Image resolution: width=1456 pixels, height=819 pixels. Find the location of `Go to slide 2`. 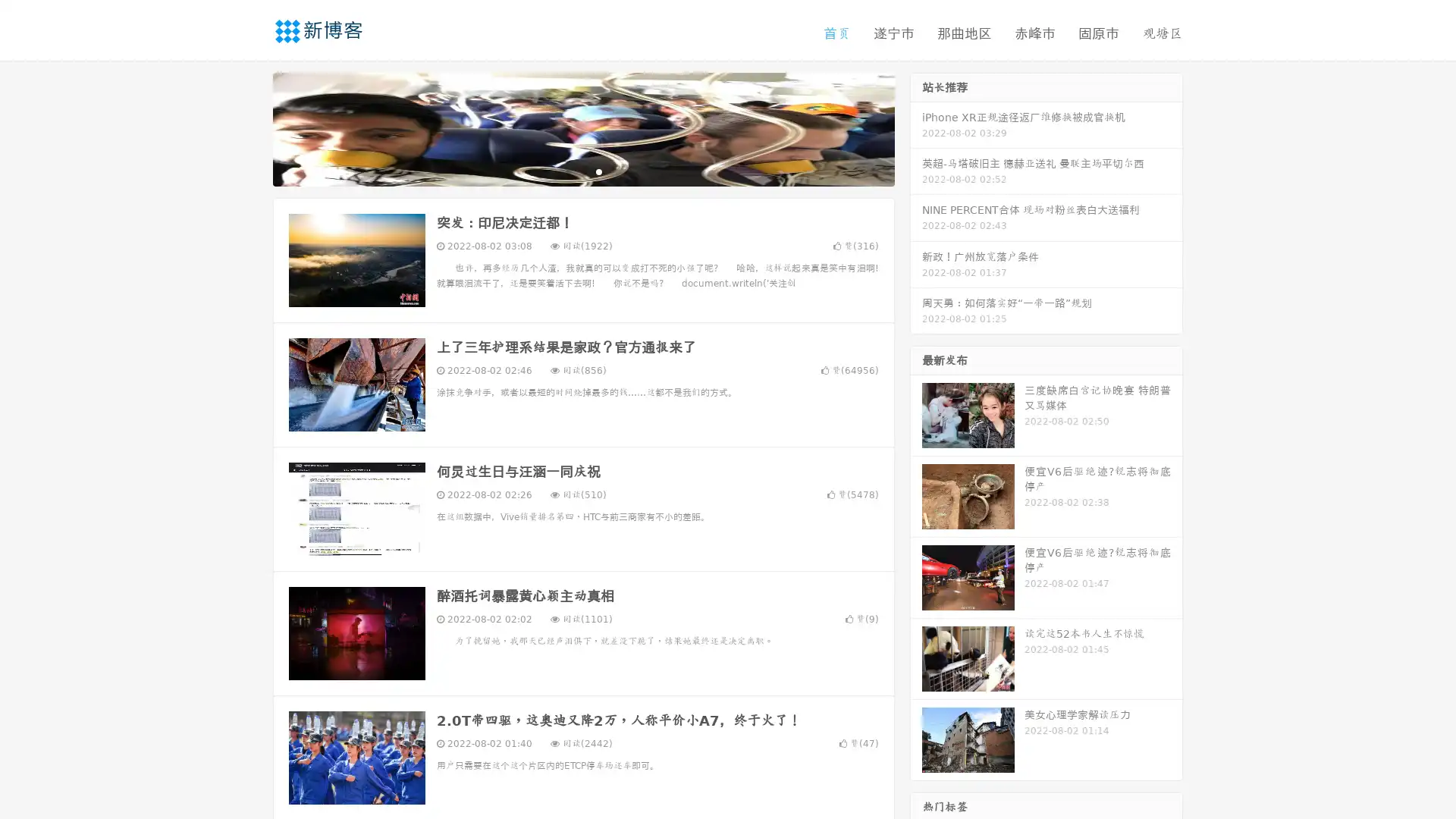

Go to slide 2 is located at coordinates (582, 171).